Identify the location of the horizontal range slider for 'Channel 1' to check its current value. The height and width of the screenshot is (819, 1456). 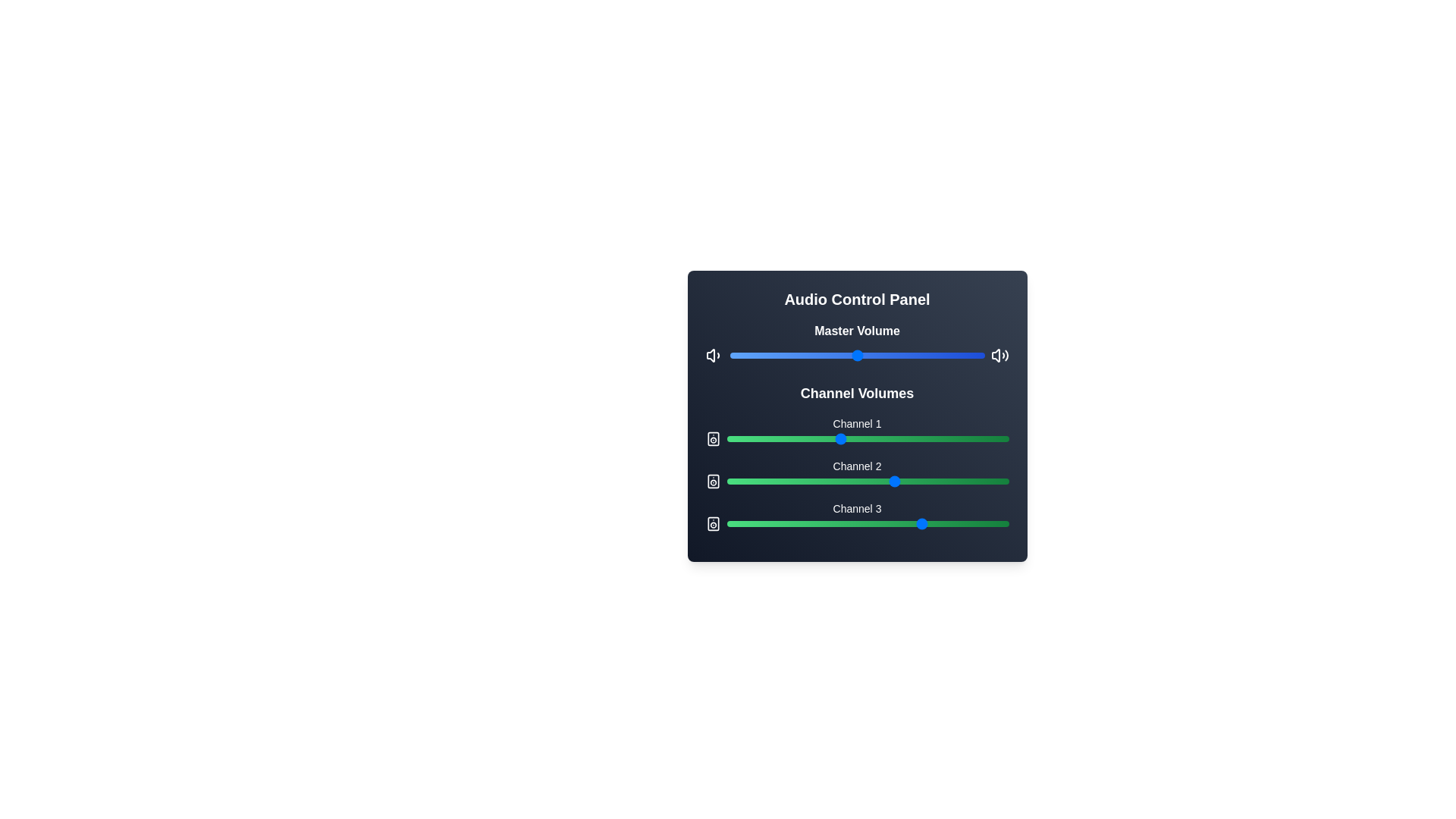
(857, 438).